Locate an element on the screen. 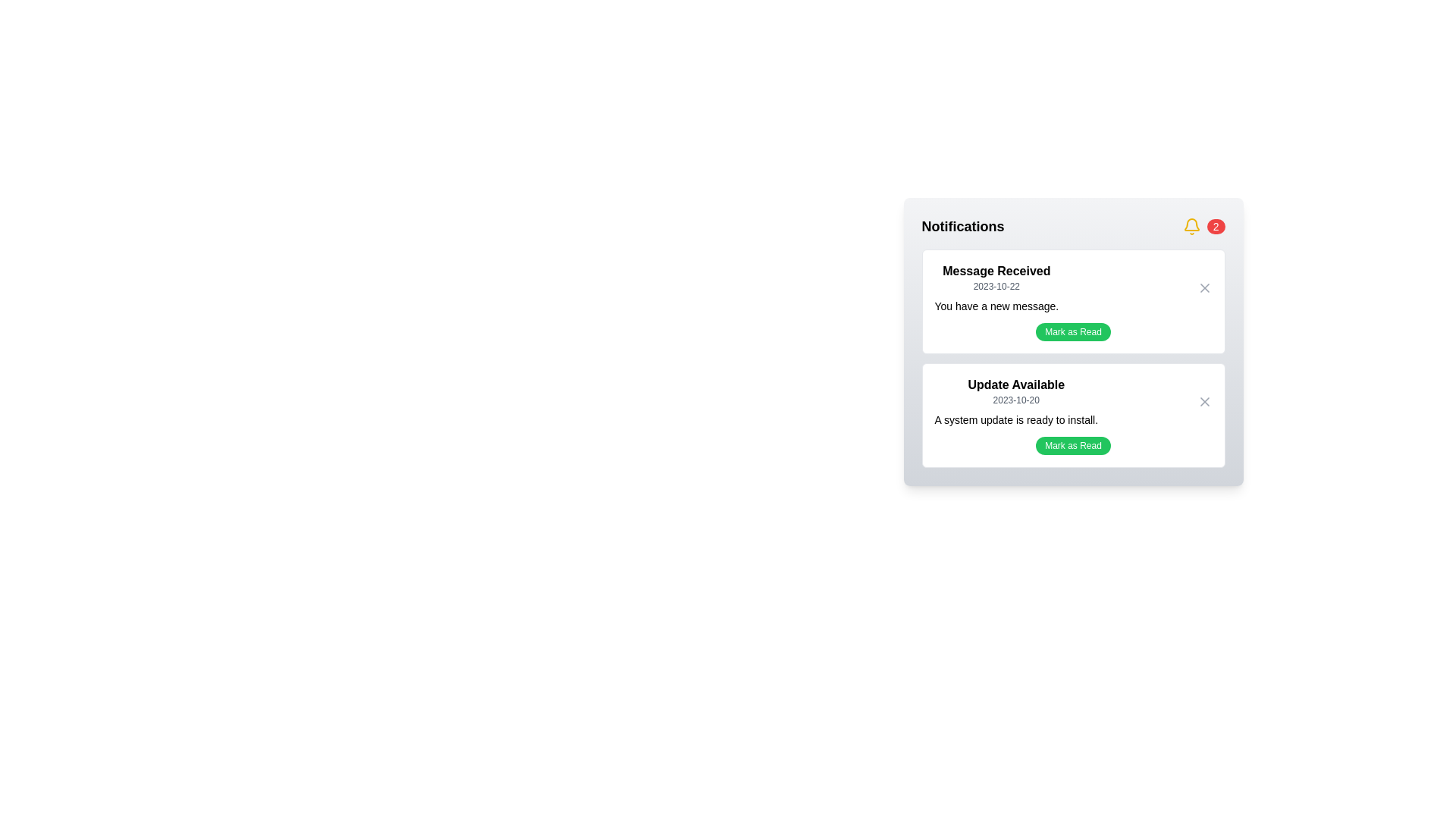 This screenshot has height=819, width=1456. title text label of the first notification, which is located at the top-left corner of the notification card and serves to summarize the content of the notification in a concise and bold manner is located at coordinates (996, 271).